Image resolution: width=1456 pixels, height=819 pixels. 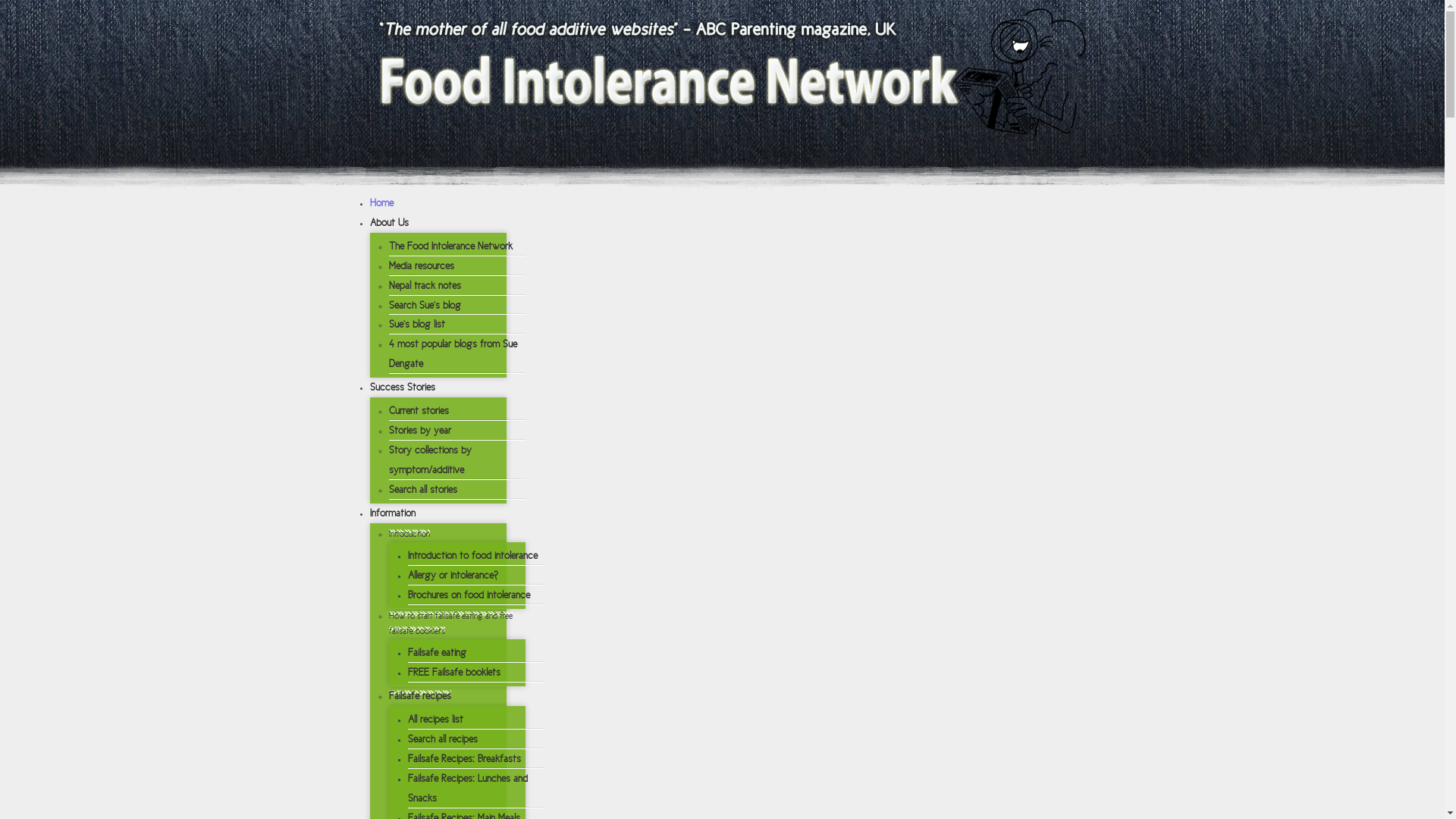 I want to click on 'Introduction to food intolerance', so click(x=469, y=327).